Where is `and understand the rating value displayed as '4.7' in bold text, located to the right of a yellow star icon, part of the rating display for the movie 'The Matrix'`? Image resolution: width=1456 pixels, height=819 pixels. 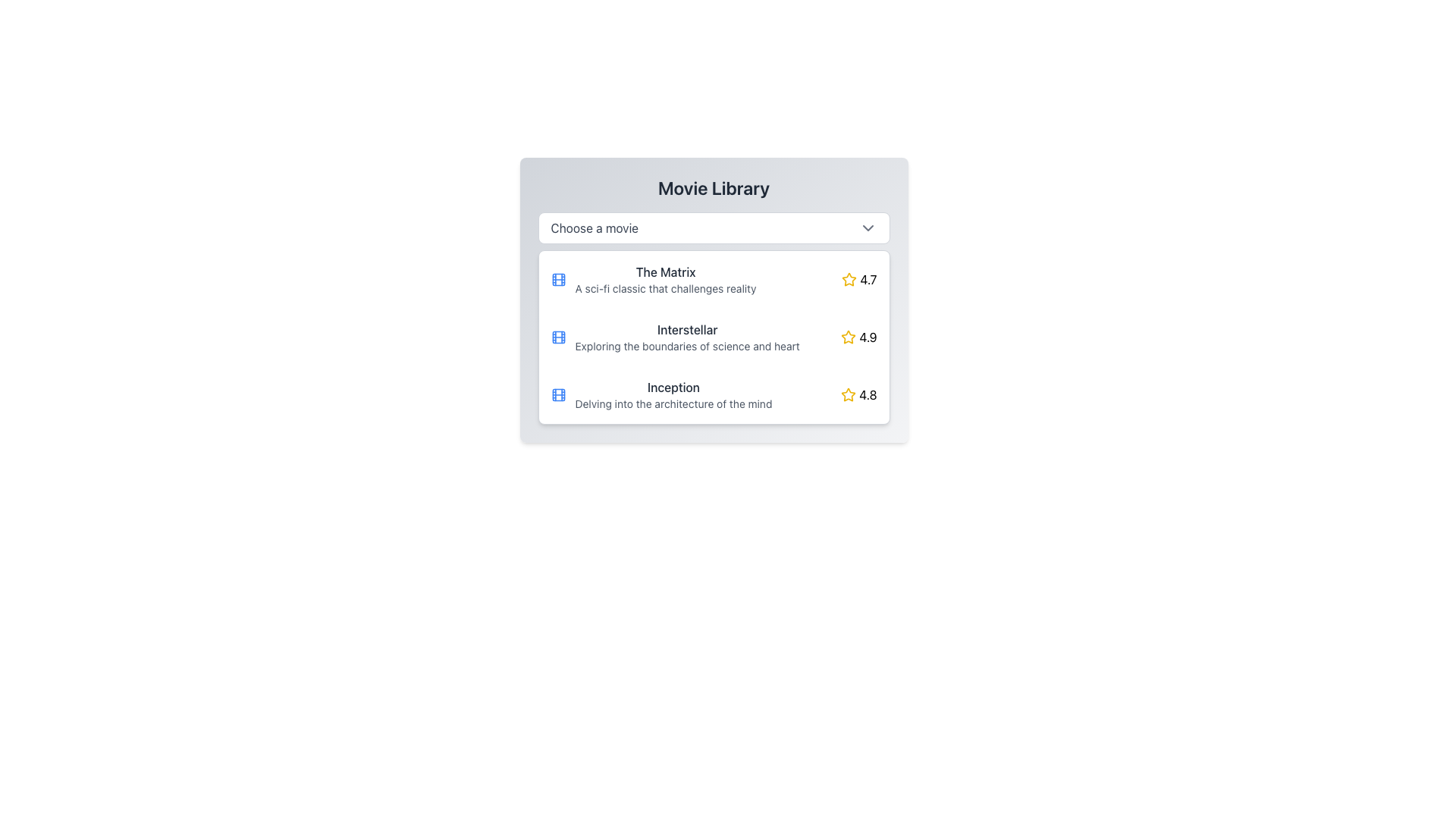 and understand the rating value displayed as '4.7' in bold text, located to the right of a yellow star icon, part of the rating display for the movie 'The Matrix' is located at coordinates (868, 280).